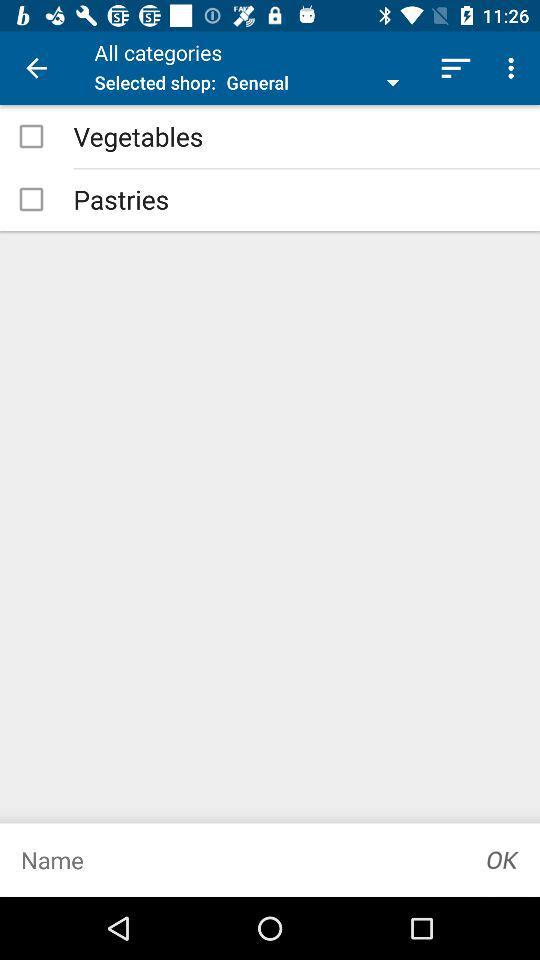 This screenshot has height=960, width=540. I want to click on confirm, so click(502, 859).